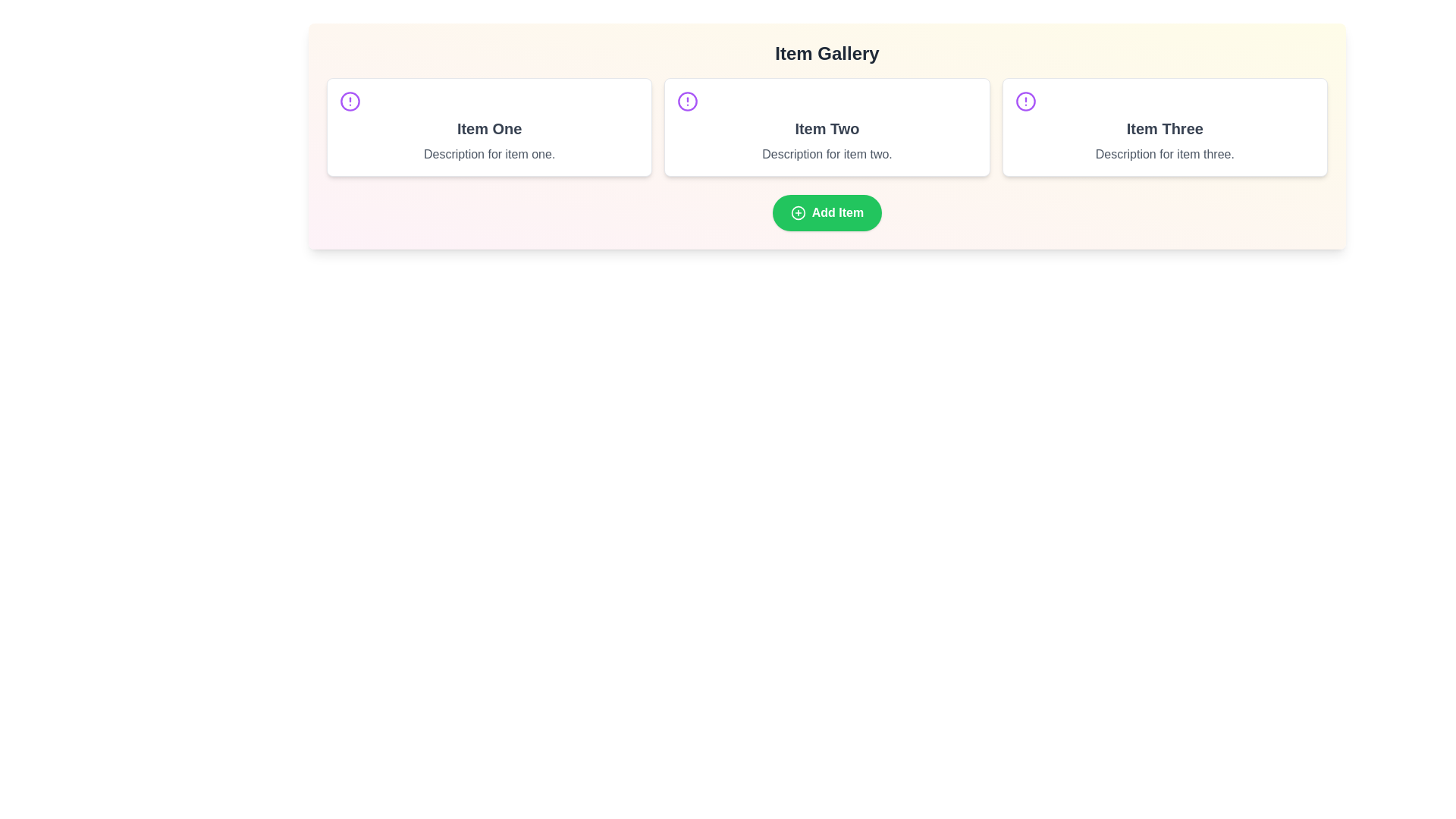 Image resolution: width=1456 pixels, height=819 pixels. Describe the element at coordinates (826, 127) in the screenshot. I see `the title text label of the middle card in a set of three cards, which is positioned at the top center of the card` at that location.